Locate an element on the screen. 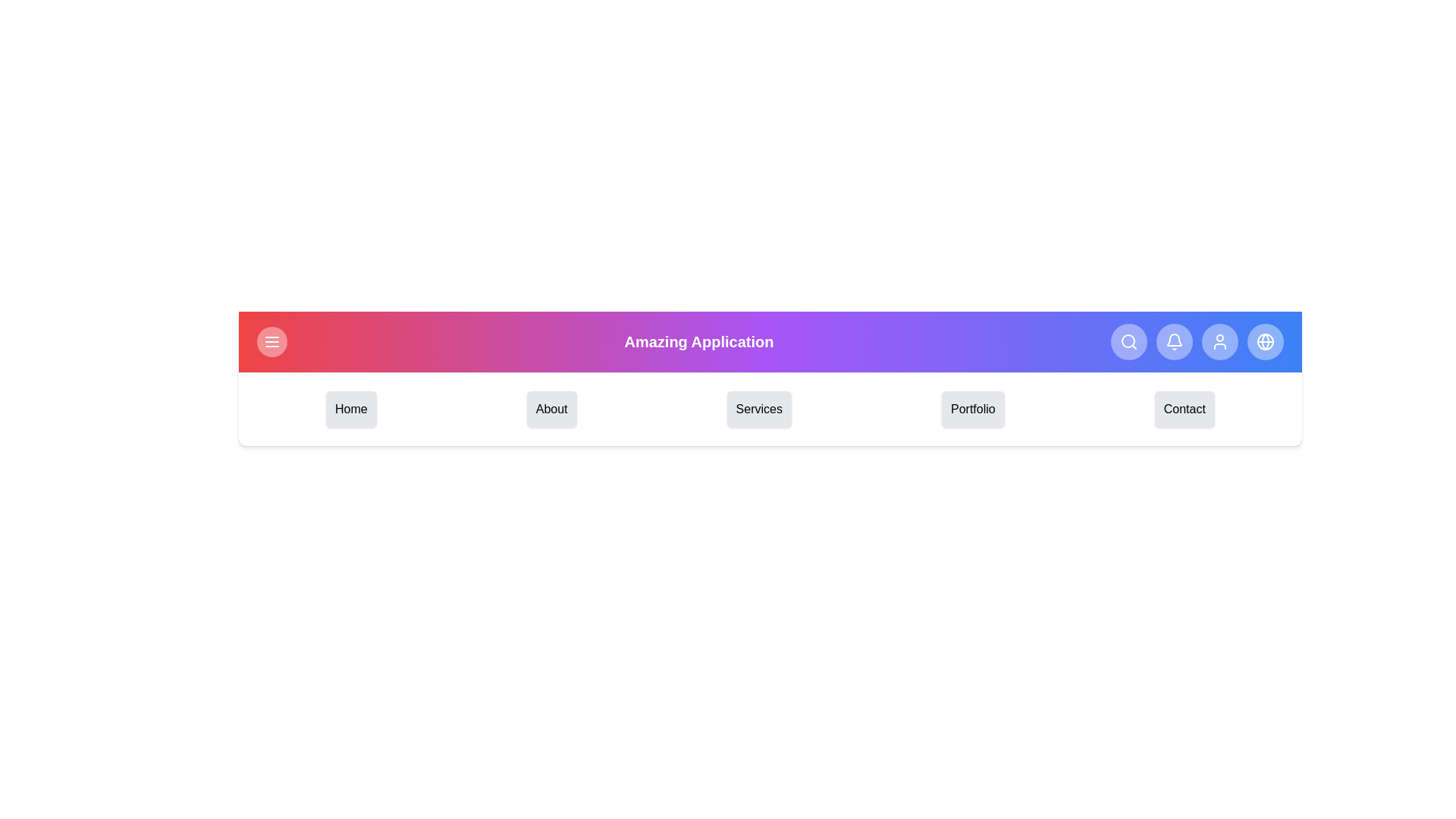 The image size is (1456, 819). the Bell navigation button is located at coordinates (1174, 342).